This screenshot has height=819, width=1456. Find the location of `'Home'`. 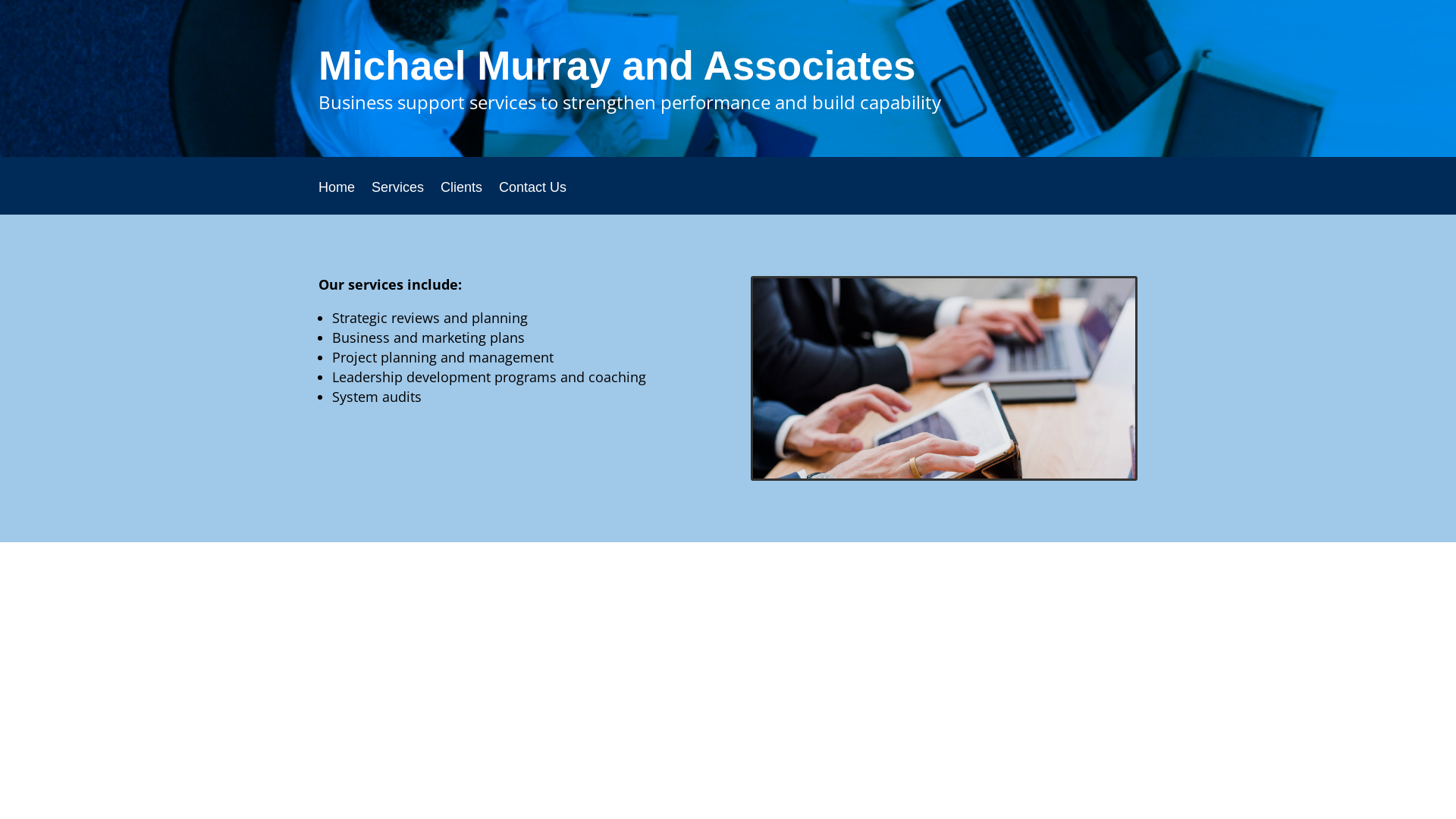

'Home' is located at coordinates (336, 197).